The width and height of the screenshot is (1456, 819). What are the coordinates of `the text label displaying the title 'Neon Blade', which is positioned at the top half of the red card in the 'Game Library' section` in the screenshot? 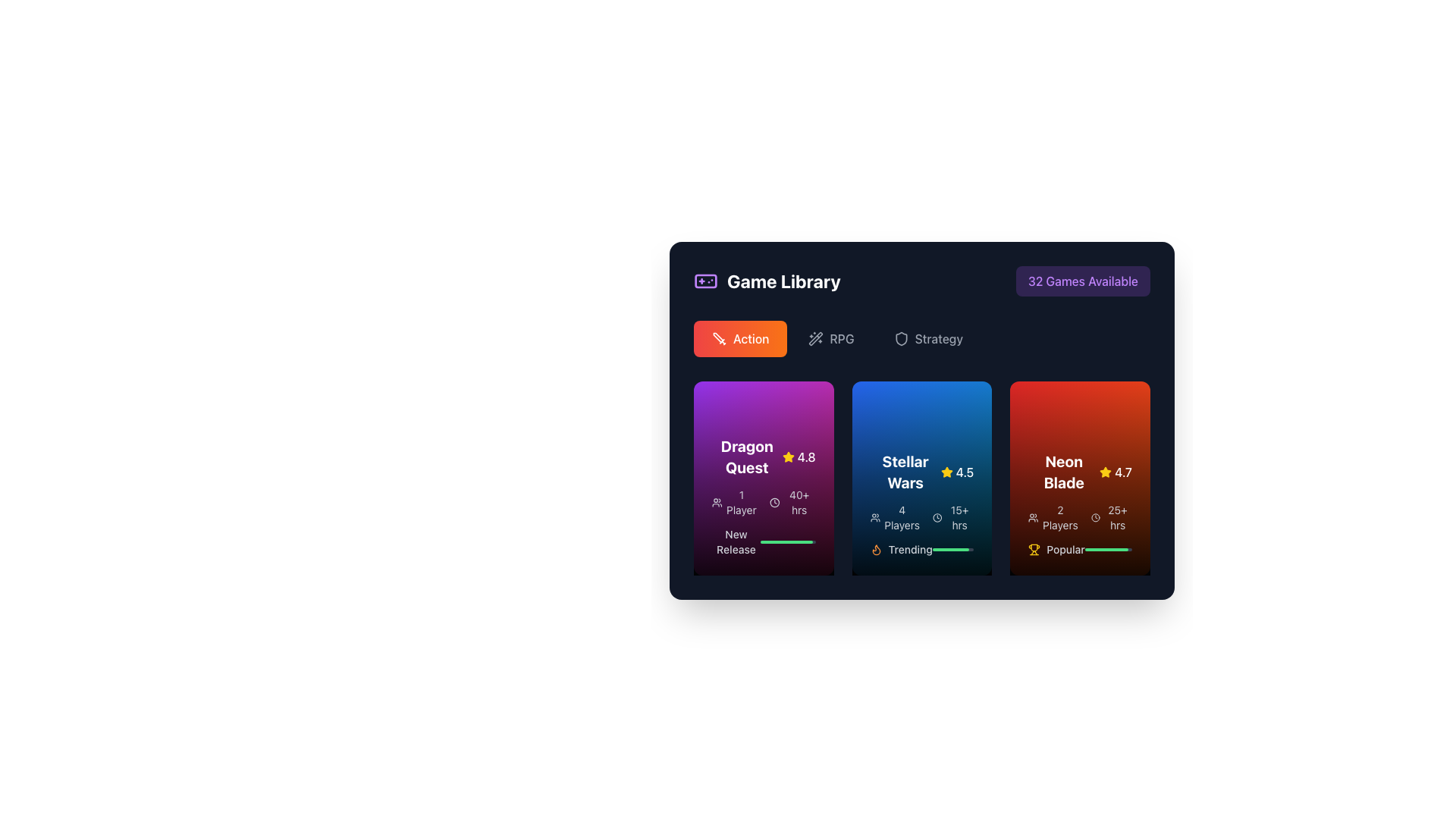 It's located at (1063, 472).